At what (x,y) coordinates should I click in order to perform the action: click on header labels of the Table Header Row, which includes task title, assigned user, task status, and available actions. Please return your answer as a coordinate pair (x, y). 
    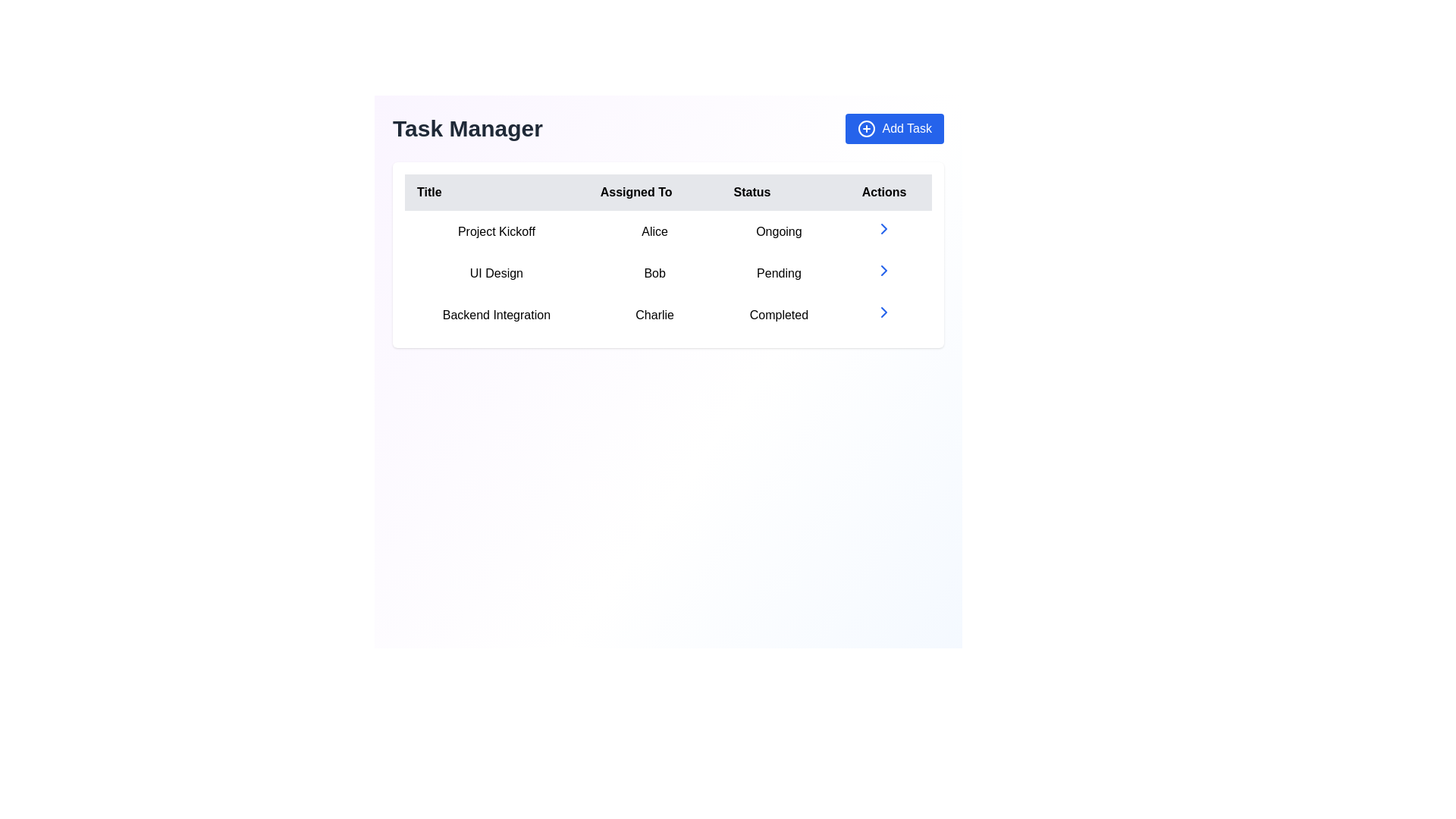
    Looking at the image, I should click on (667, 192).